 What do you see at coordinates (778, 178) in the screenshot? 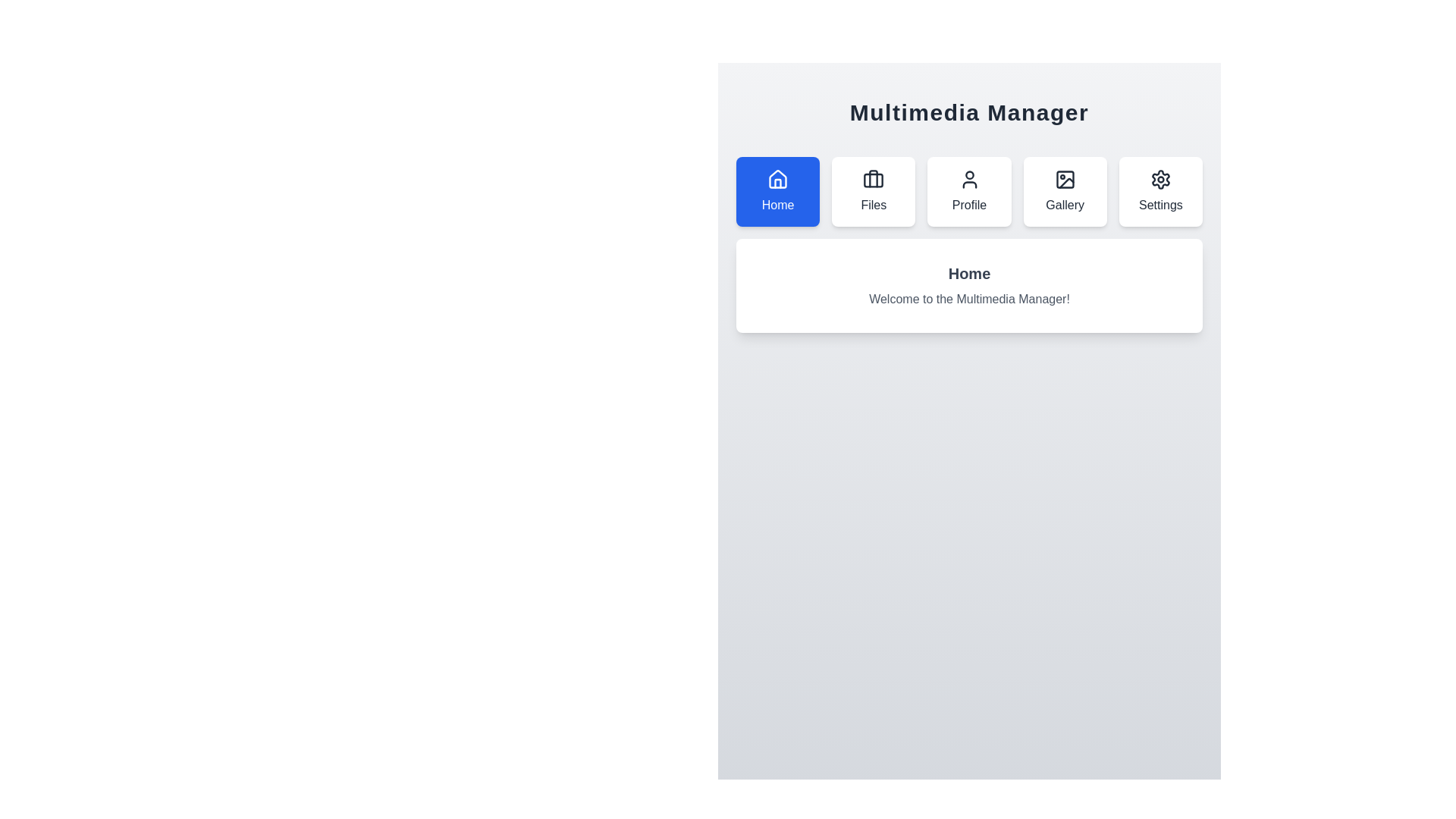
I see `the 'Home' icon located at the upper-left side of the navigation bar` at bounding box center [778, 178].